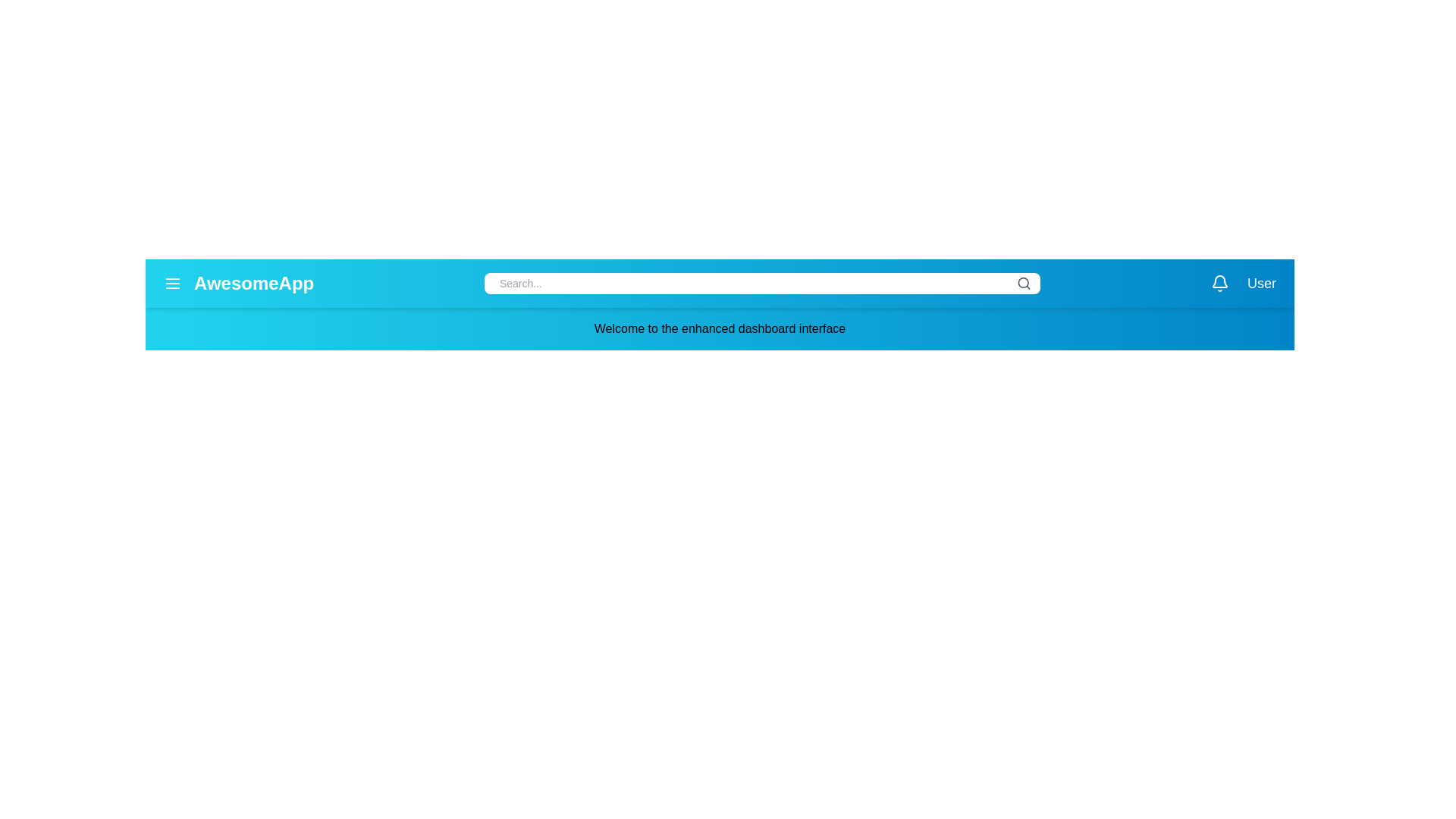 The image size is (1456, 819). What do you see at coordinates (238, 284) in the screenshot?
I see `the 'AwesomeApp' text label located in the blue header bar` at bounding box center [238, 284].